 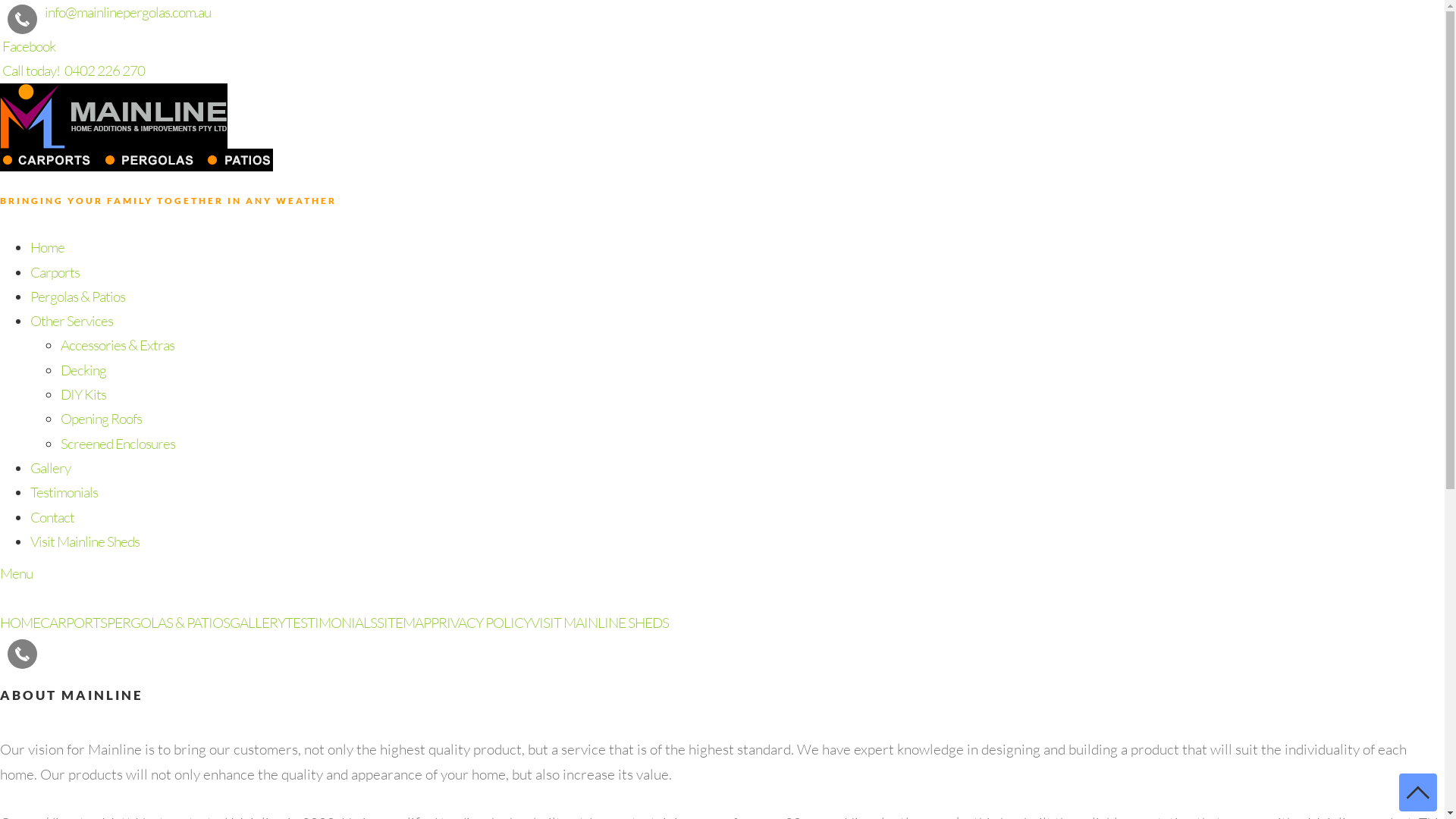 I want to click on 'Opening Roofs', so click(x=100, y=418).